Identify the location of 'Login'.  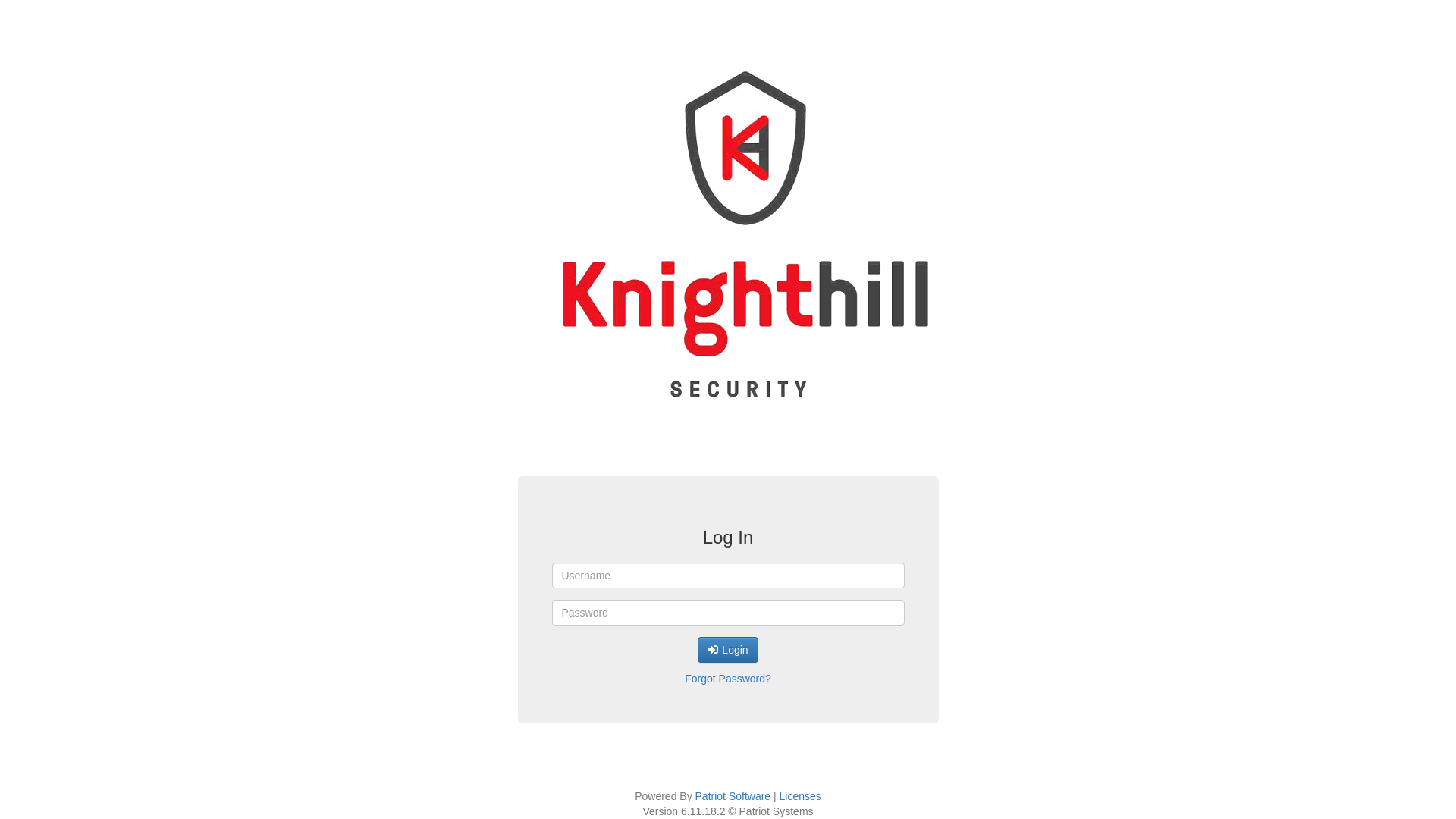
(726, 648).